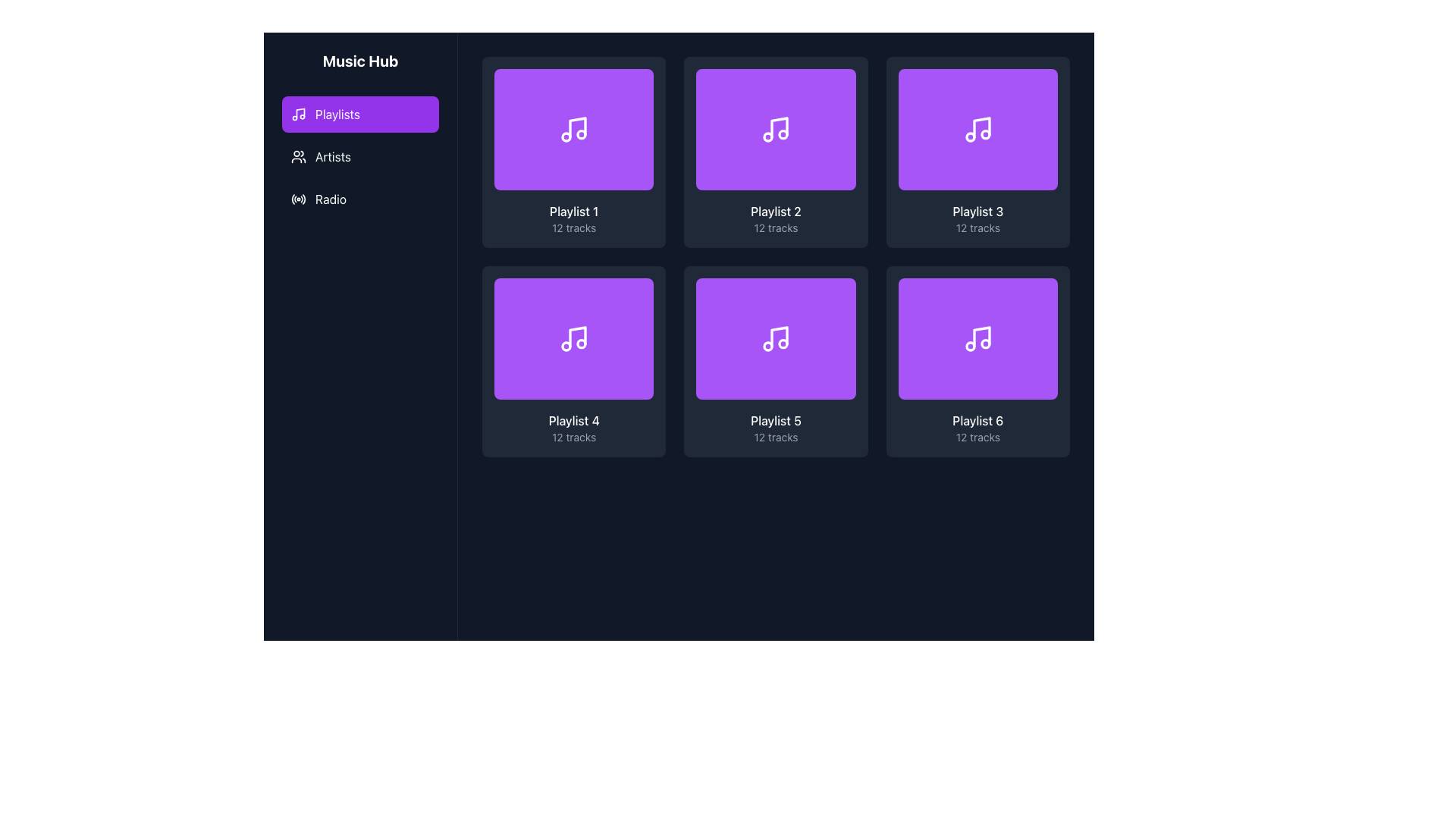  What do you see at coordinates (977, 421) in the screenshot?
I see `the 'Playlist 6' text label located at the bottom center of its tile with a purple background` at bounding box center [977, 421].